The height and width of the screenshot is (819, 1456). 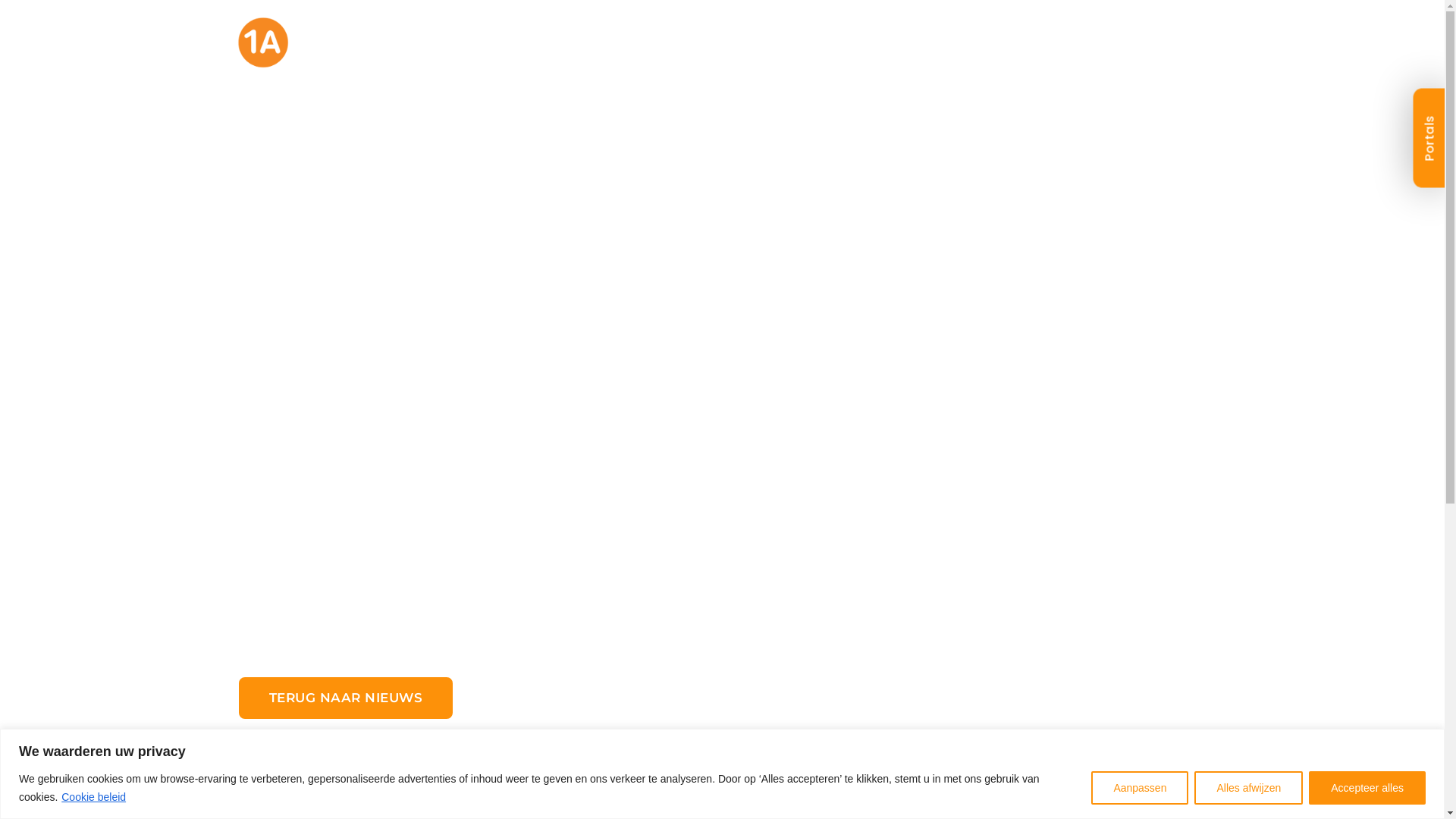 I want to click on 'Accepteer alles', so click(x=1308, y=786).